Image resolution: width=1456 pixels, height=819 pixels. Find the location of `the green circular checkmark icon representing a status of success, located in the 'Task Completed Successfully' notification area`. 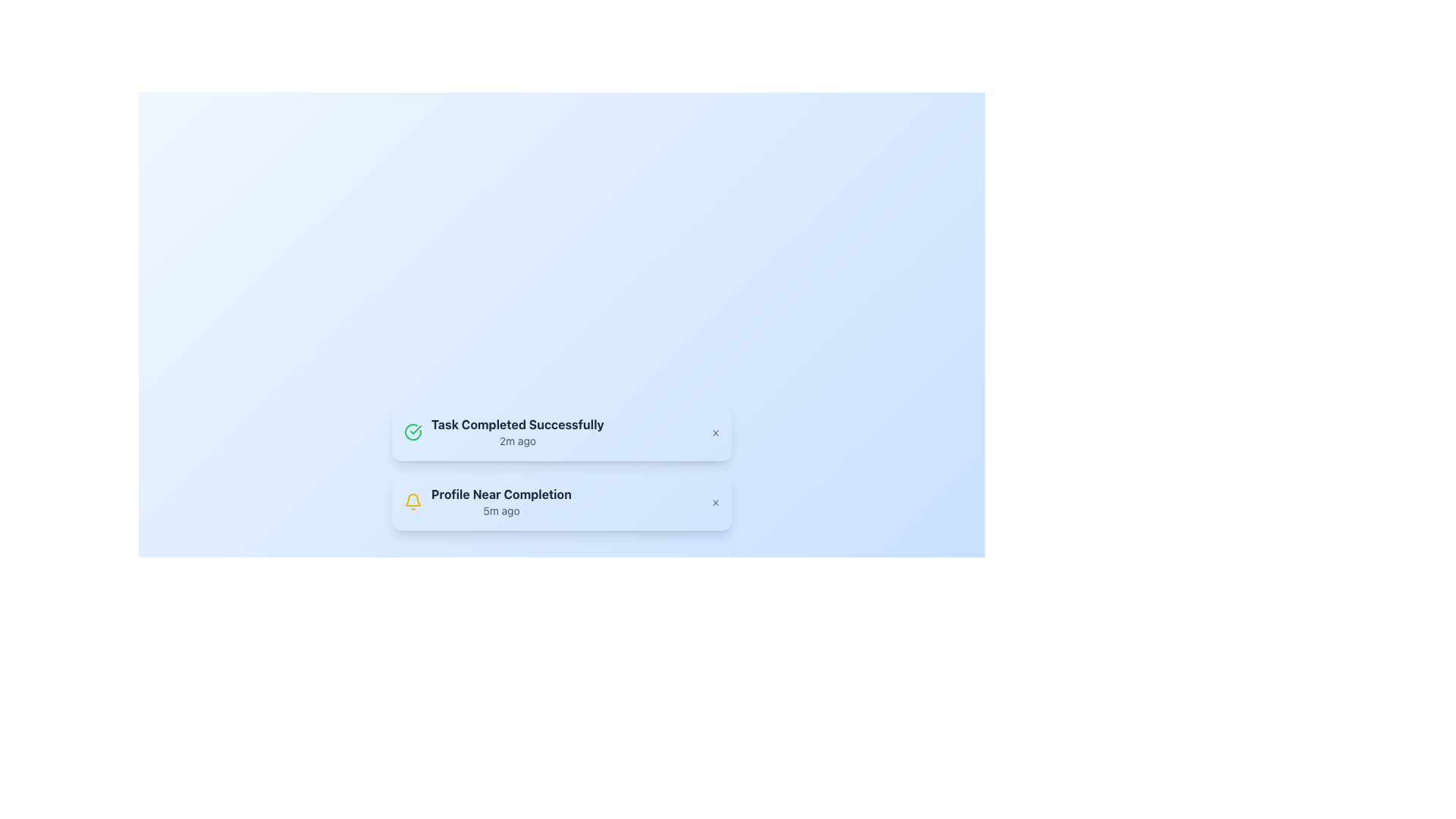

the green circular checkmark icon representing a status of success, located in the 'Task Completed Successfully' notification area is located at coordinates (413, 432).